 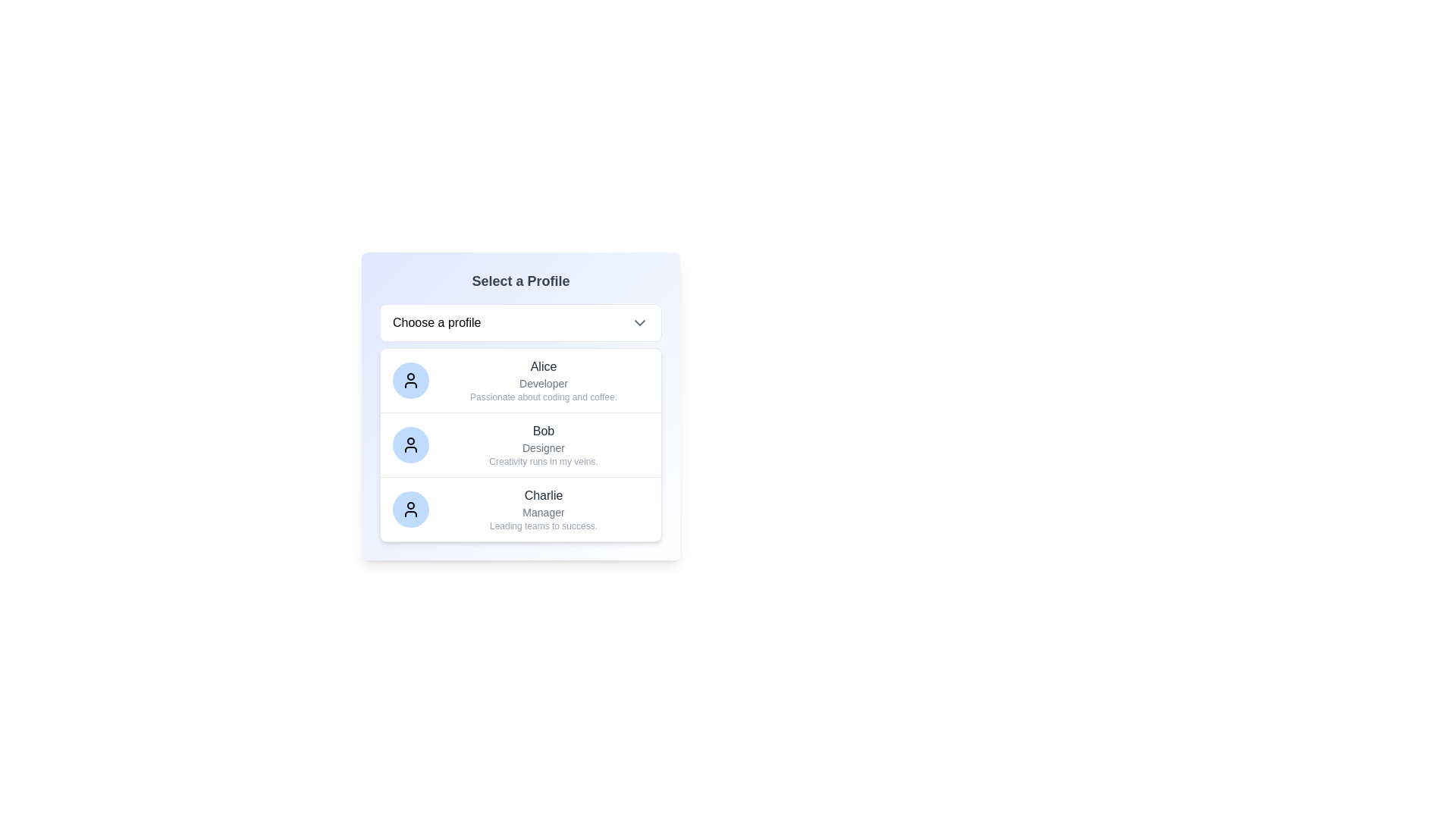 What do you see at coordinates (543, 526) in the screenshot?
I see `the text label providing supplementary information about Charlie's role, located below the title 'Manager' in Charlie's profile card` at bounding box center [543, 526].